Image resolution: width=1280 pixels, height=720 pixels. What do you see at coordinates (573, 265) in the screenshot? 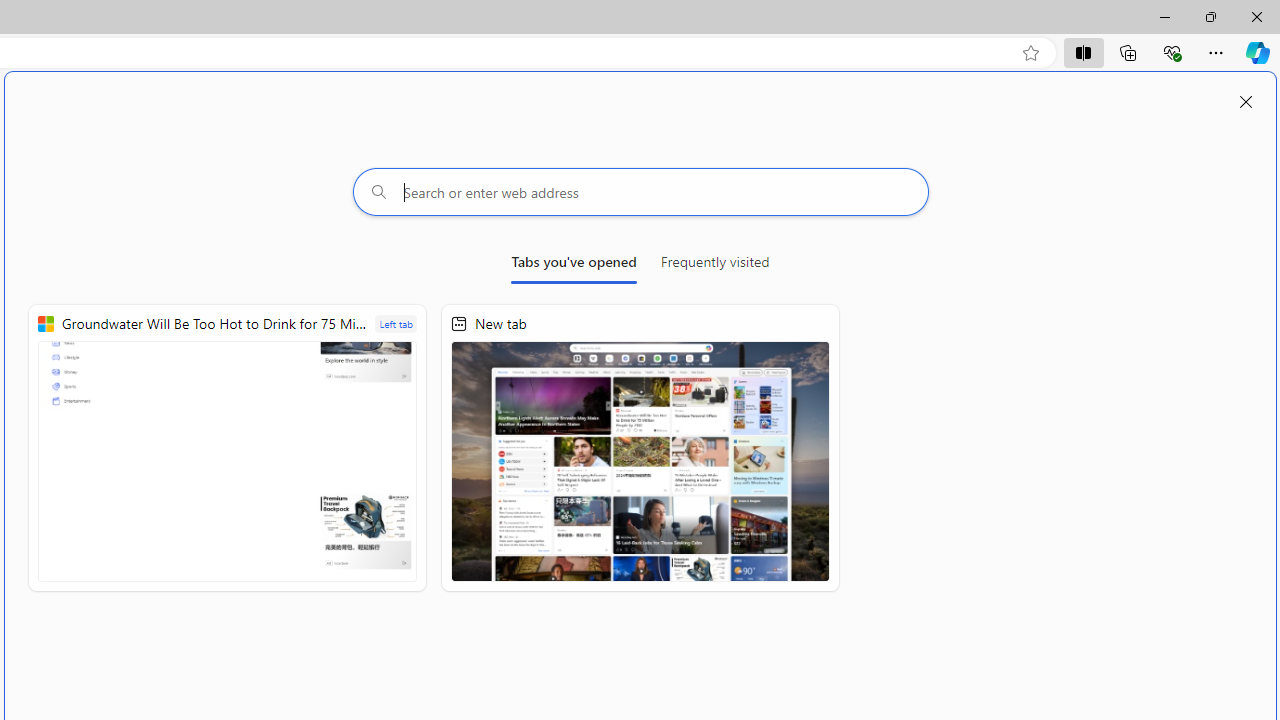
I see `'Tabs you'` at bounding box center [573, 265].